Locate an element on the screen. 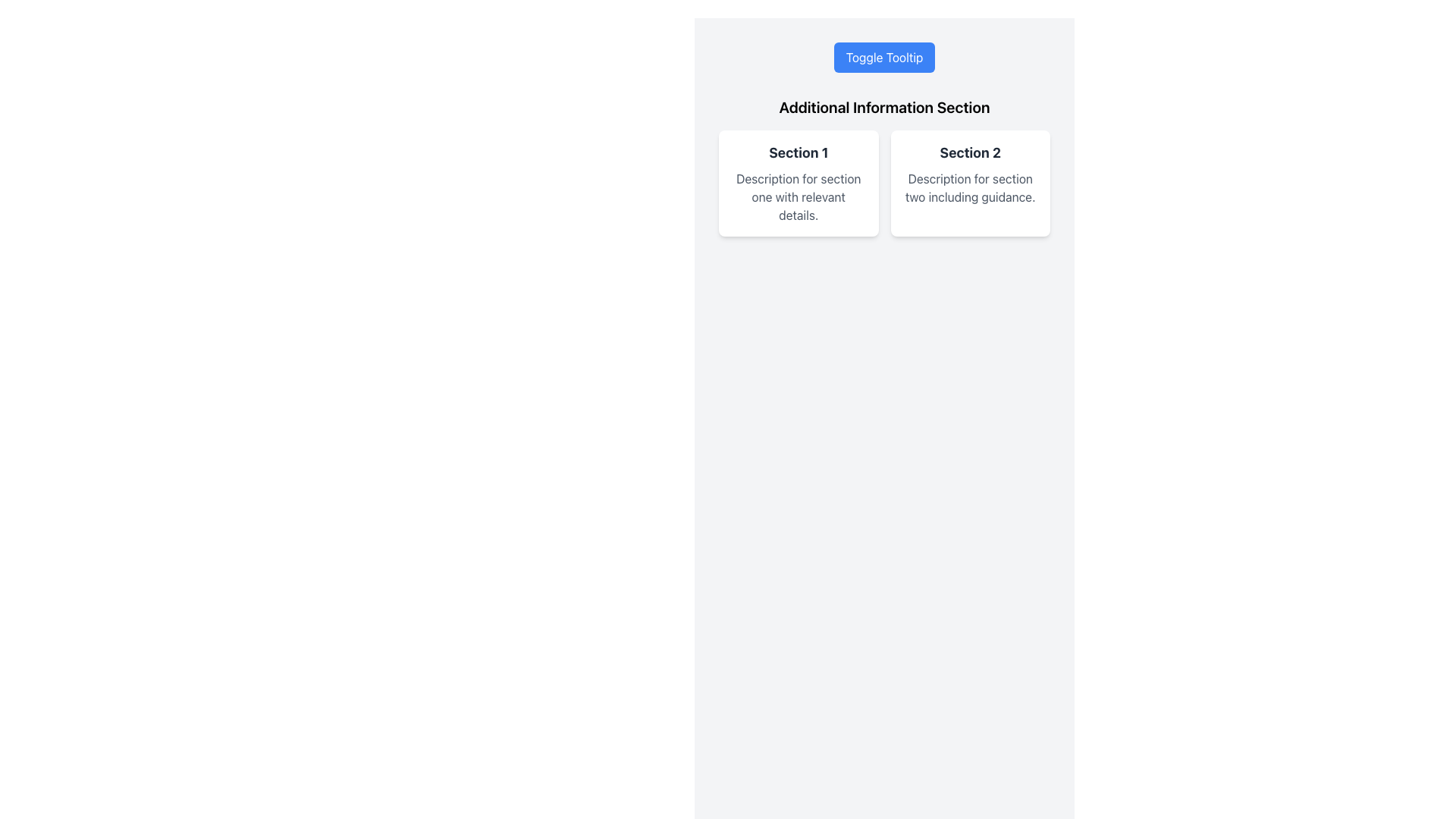 This screenshot has height=819, width=1456. the bold text label reading 'Section 1' styled in dark gray, which is positioned at the top of a card-like section on the left side of a two-column layout, beneath 'Additional Information Section' is located at coordinates (798, 152).